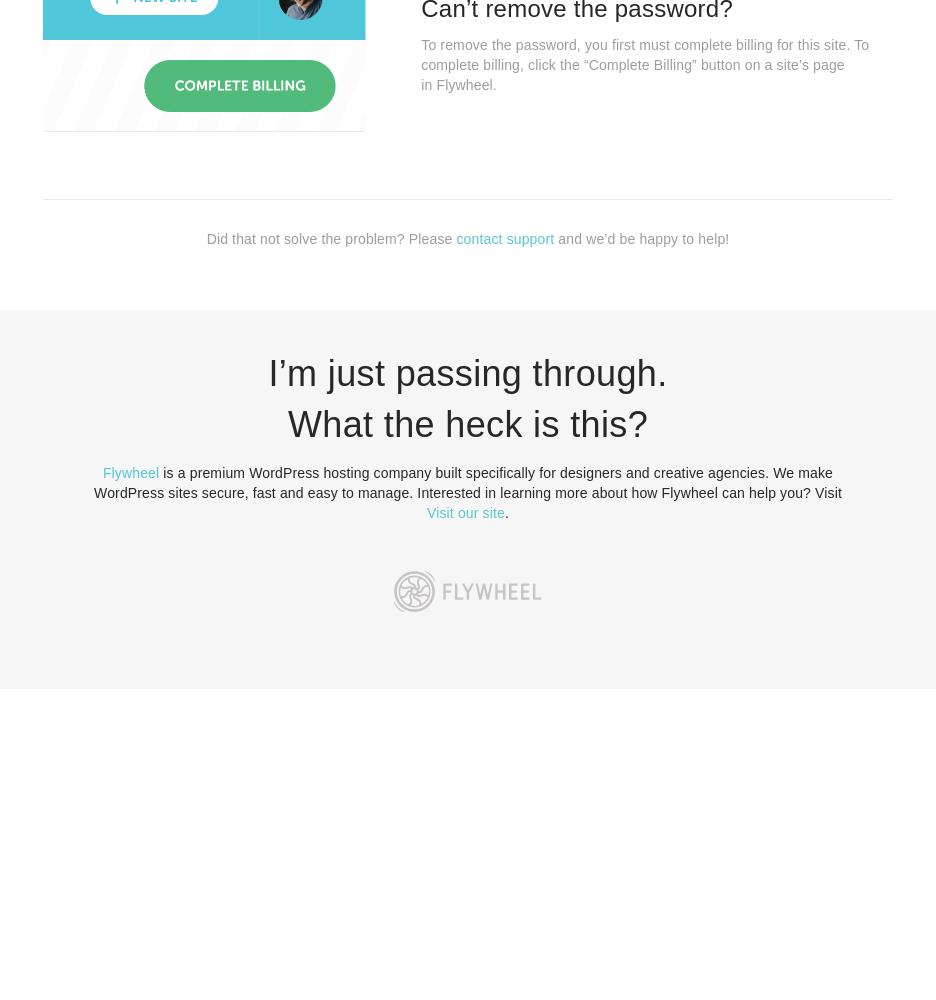 Image resolution: width=936 pixels, height=1000 pixels. Describe the element at coordinates (420, 64) in the screenshot. I see `'To remove the password, you first must complete billing for this site. To complete billing, click the “Complete Billing” button on a site’s page in Flywheel.'` at that location.